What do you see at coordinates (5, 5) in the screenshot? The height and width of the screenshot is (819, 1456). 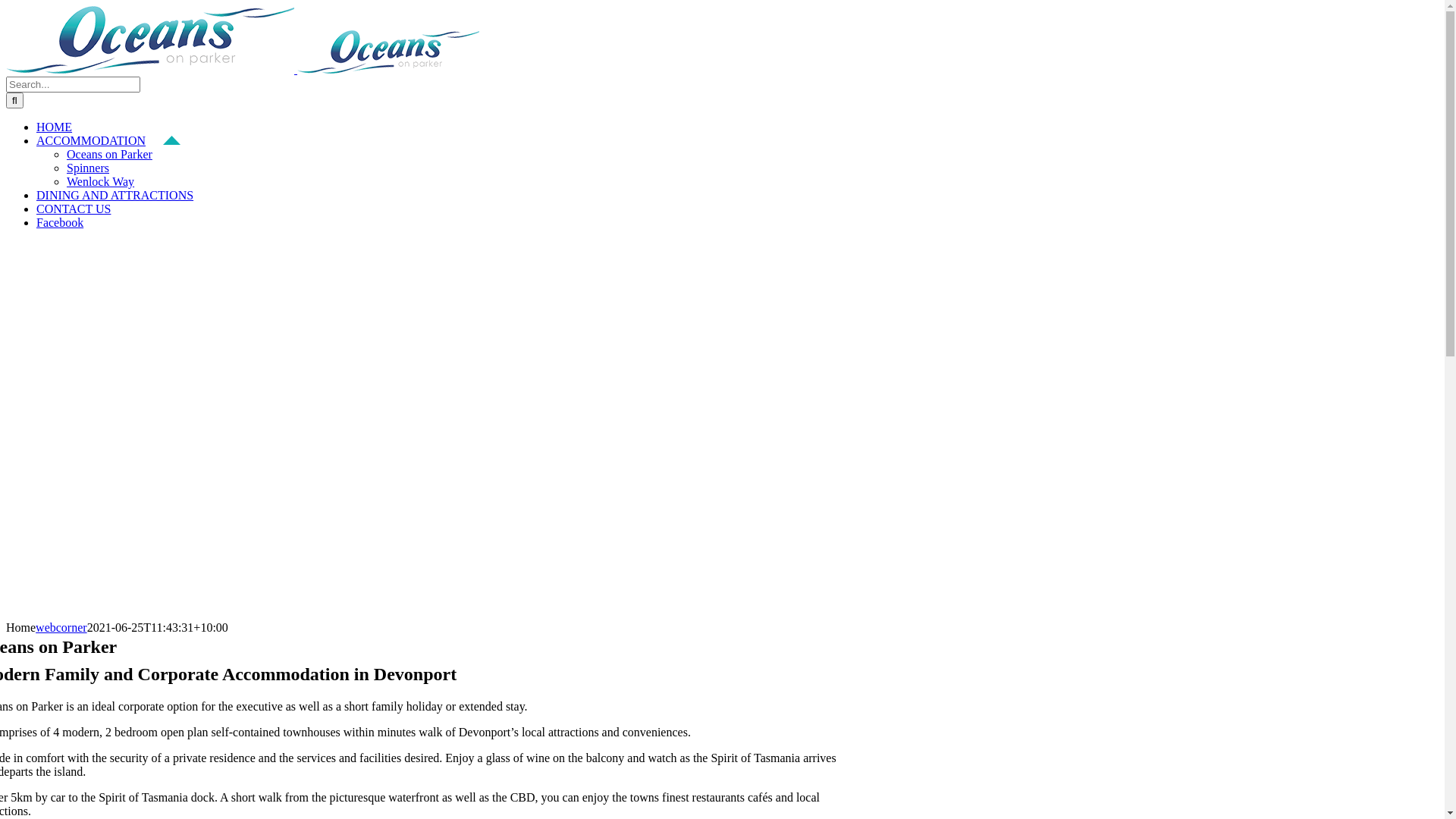 I see `'Skip to content'` at bounding box center [5, 5].